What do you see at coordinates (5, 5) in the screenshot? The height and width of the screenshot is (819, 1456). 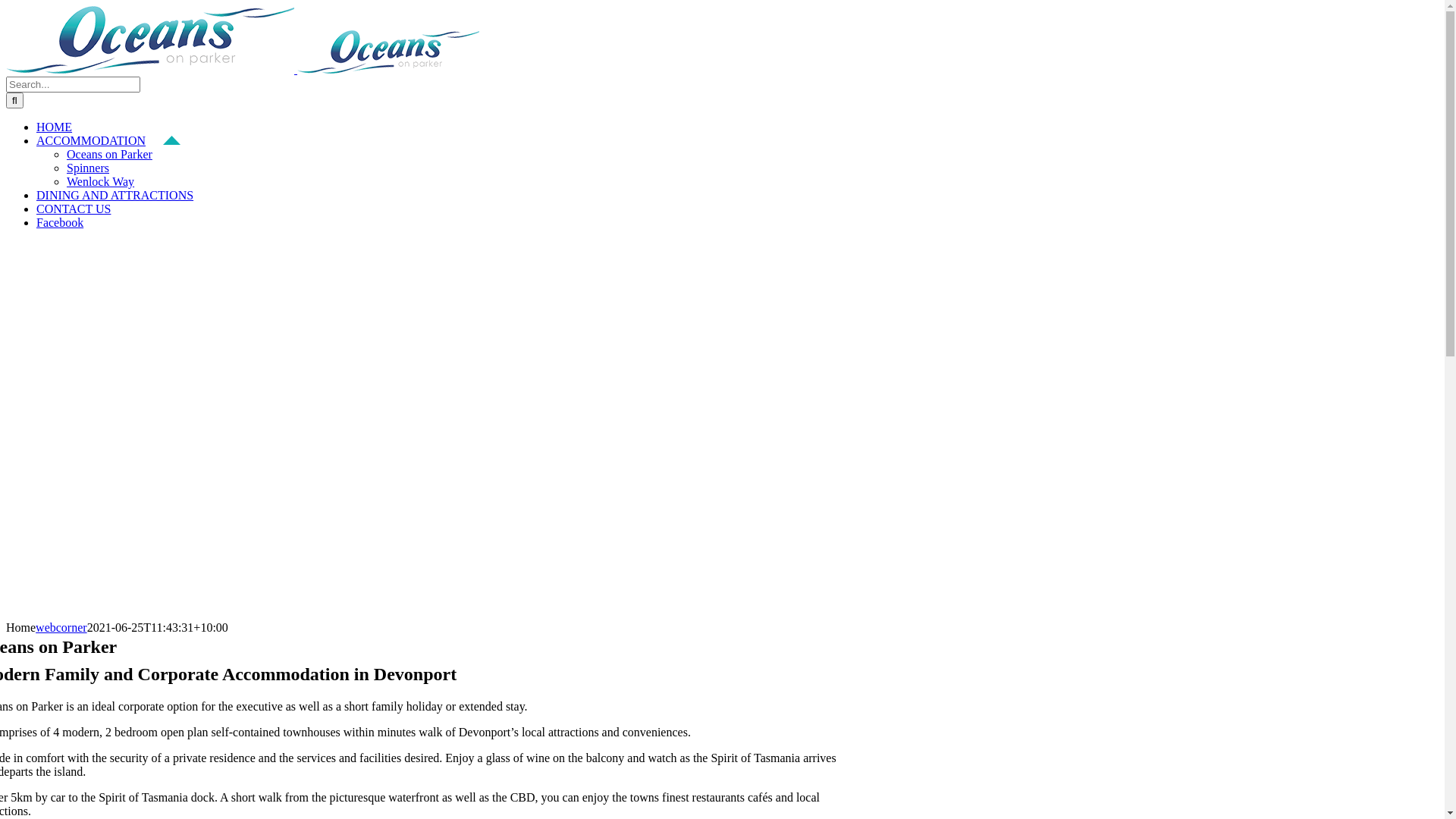 I see `'Skip to content'` at bounding box center [5, 5].